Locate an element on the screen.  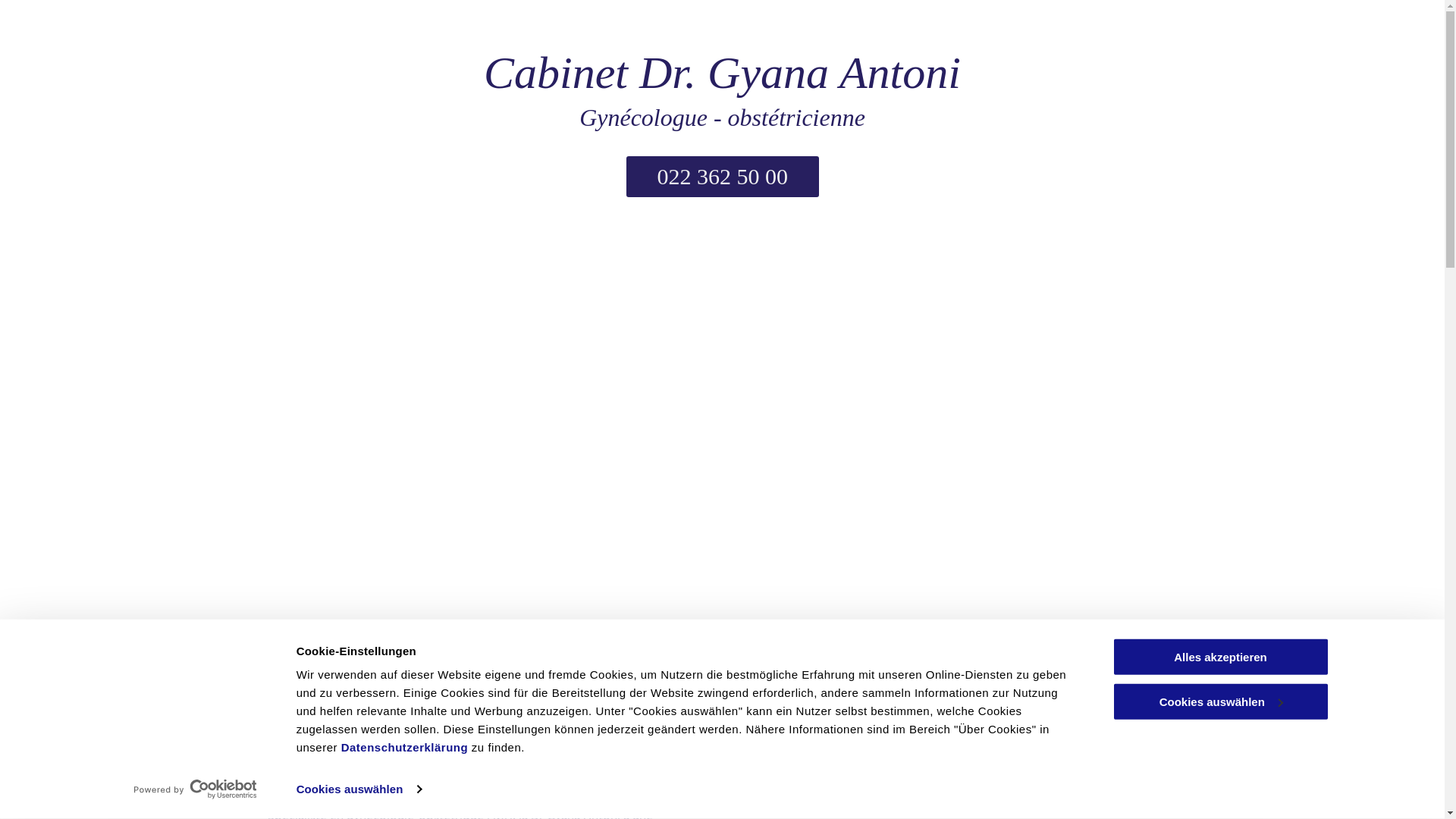
'022 362 50 00' is located at coordinates (722, 175).